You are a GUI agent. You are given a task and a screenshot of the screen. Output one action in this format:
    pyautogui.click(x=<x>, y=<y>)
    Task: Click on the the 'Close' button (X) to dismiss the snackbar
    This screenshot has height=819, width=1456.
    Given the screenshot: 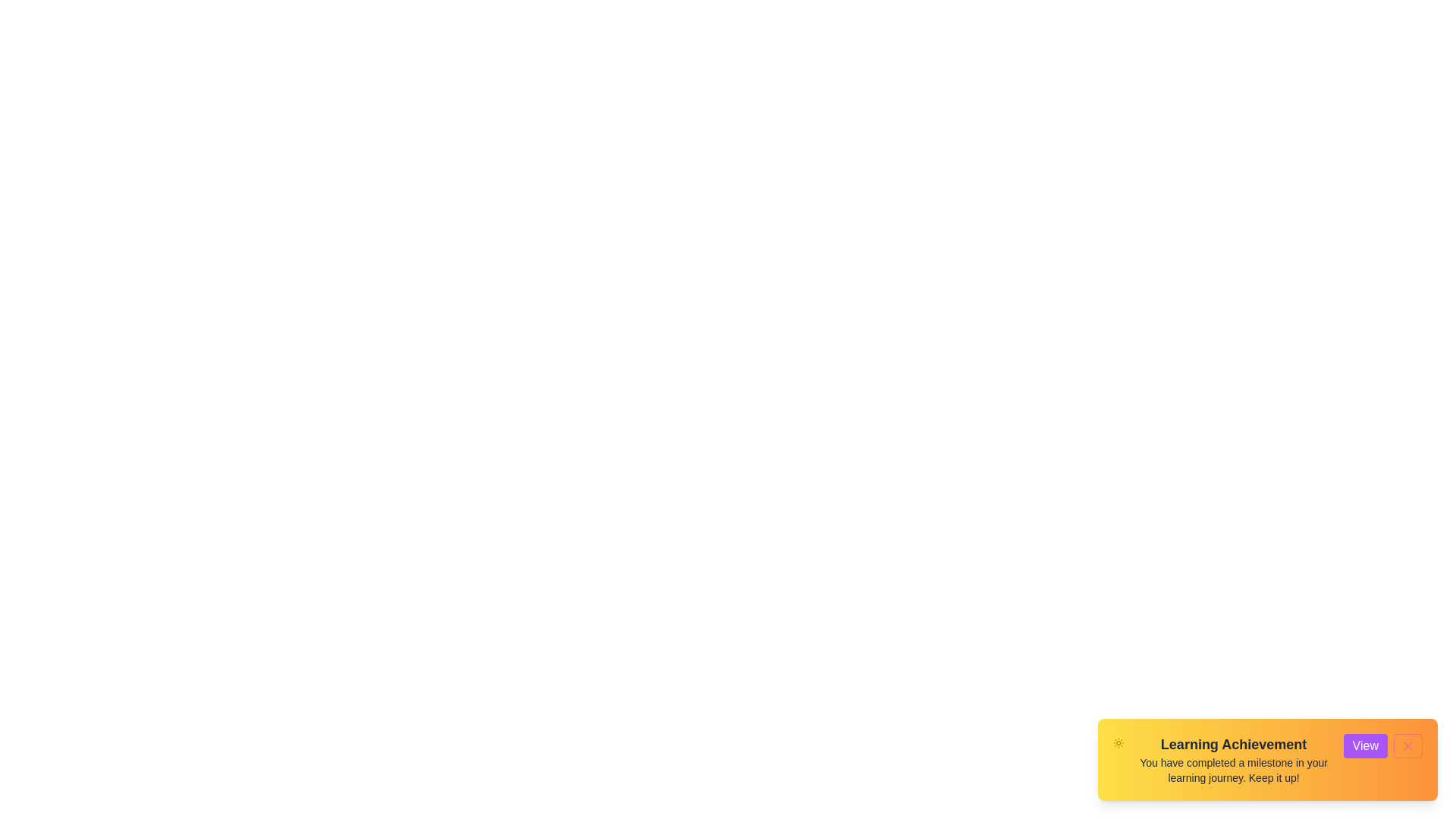 What is the action you would take?
    pyautogui.click(x=1407, y=745)
    